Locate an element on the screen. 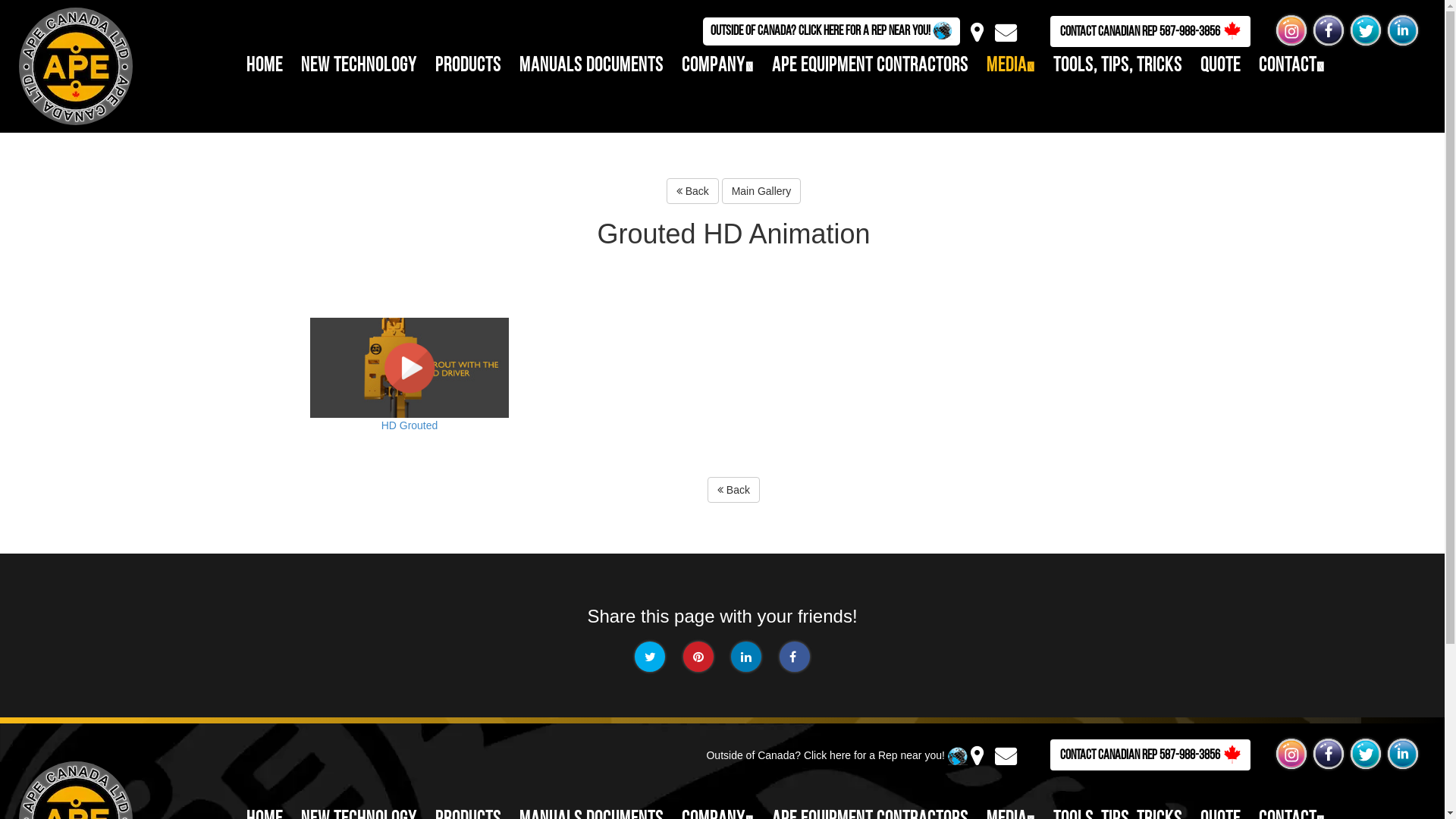 This screenshot has height=819, width=1456. 'share on LinkedIn' is located at coordinates (731, 656).